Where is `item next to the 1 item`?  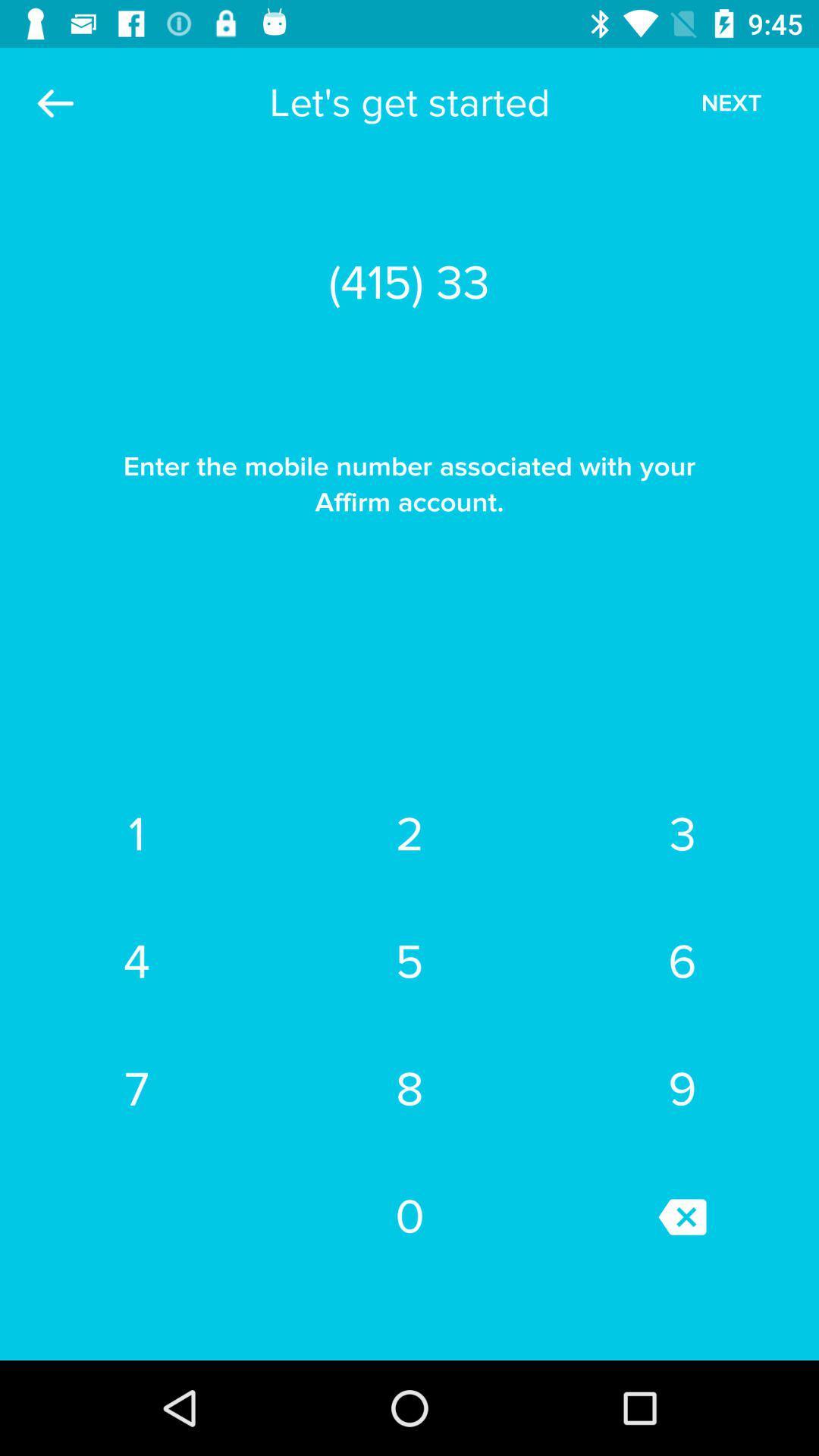 item next to the 1 item is located at coordinates (409, 833).